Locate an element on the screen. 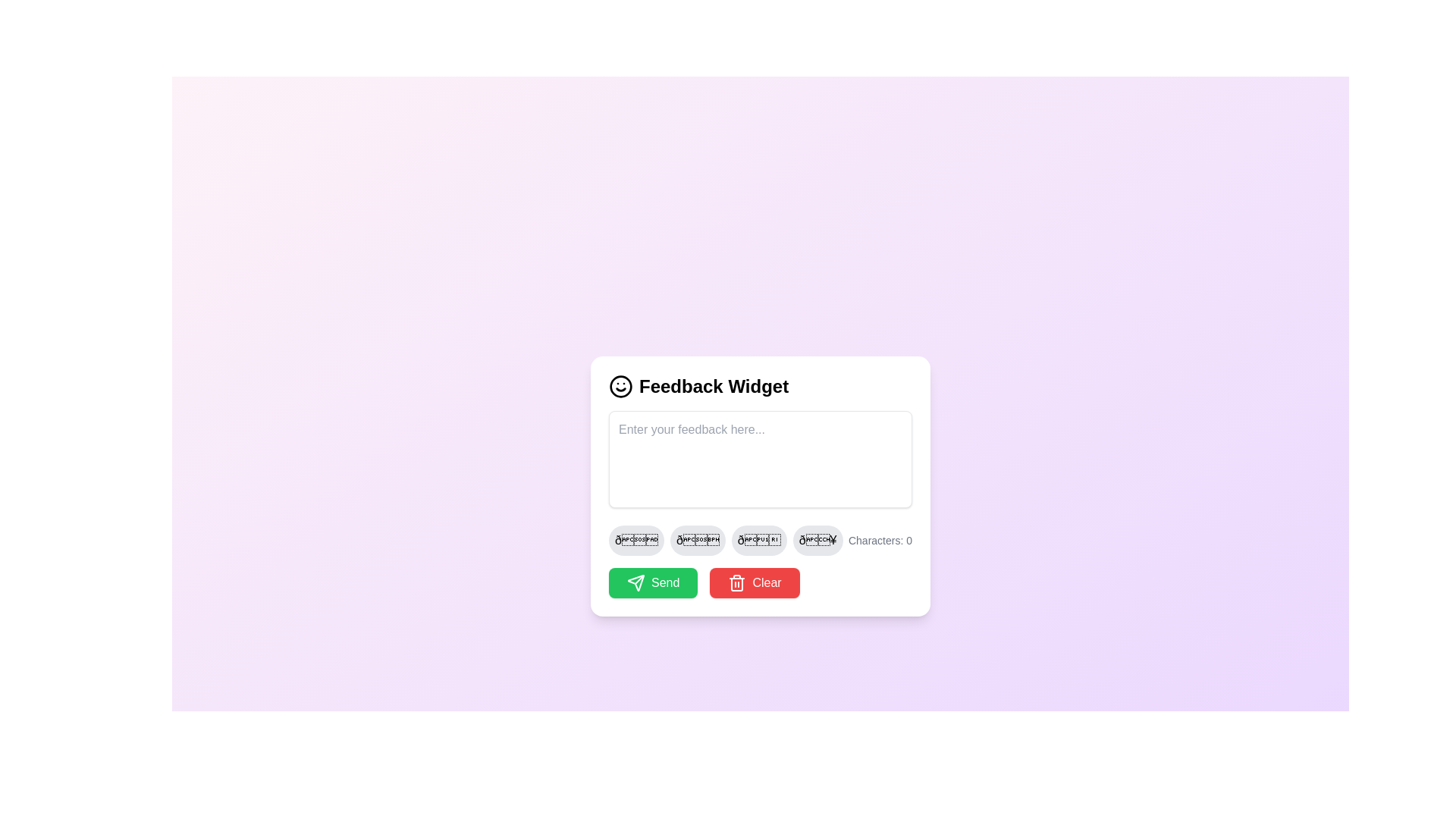 The width and height of the screenshot is (1456, 819). the submission button located to the left of the red 'Clear' button is located at coordinates (653, 582).